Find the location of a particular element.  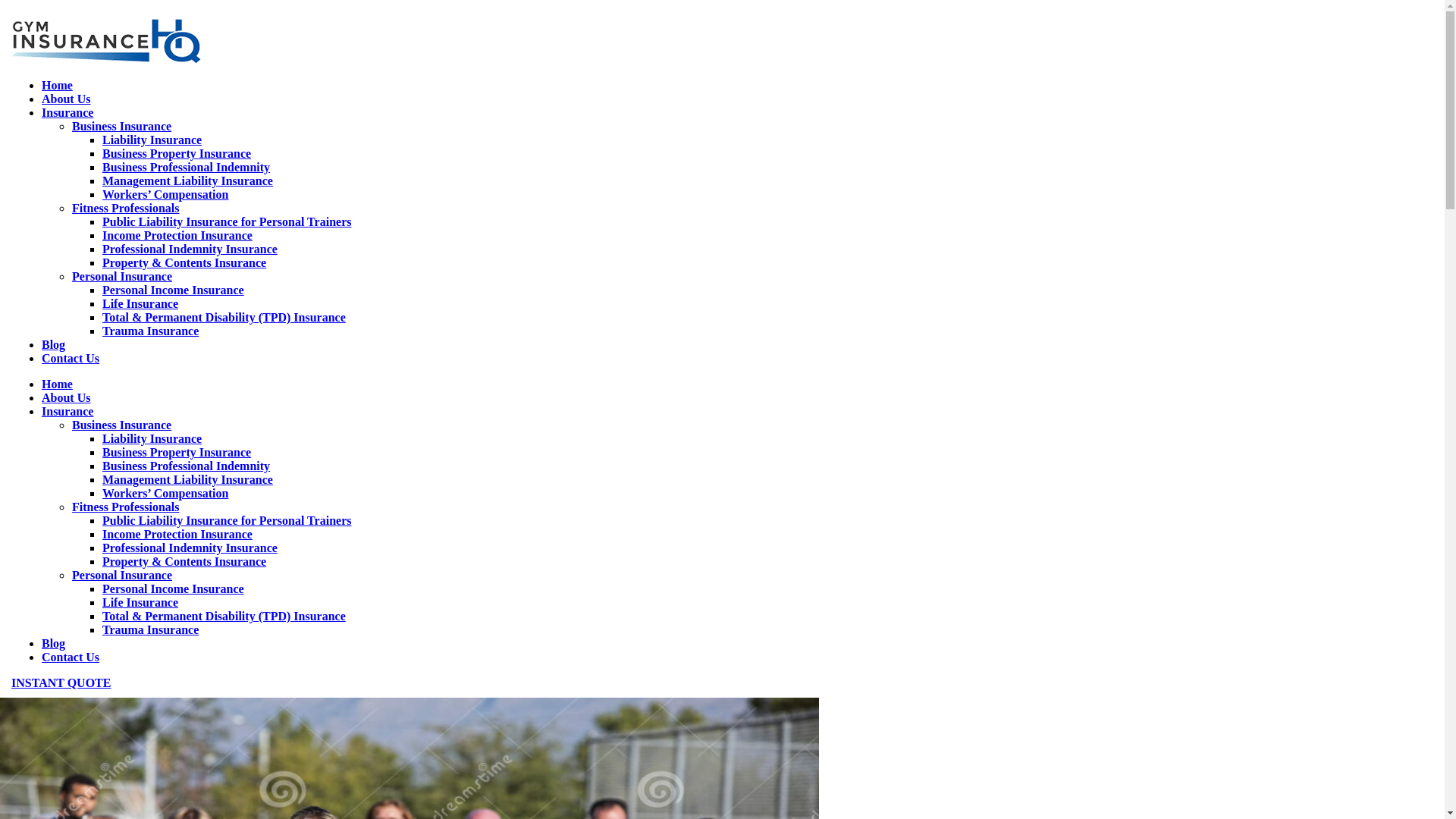

'Personal Insurance' is located at coordinates (71, 575).